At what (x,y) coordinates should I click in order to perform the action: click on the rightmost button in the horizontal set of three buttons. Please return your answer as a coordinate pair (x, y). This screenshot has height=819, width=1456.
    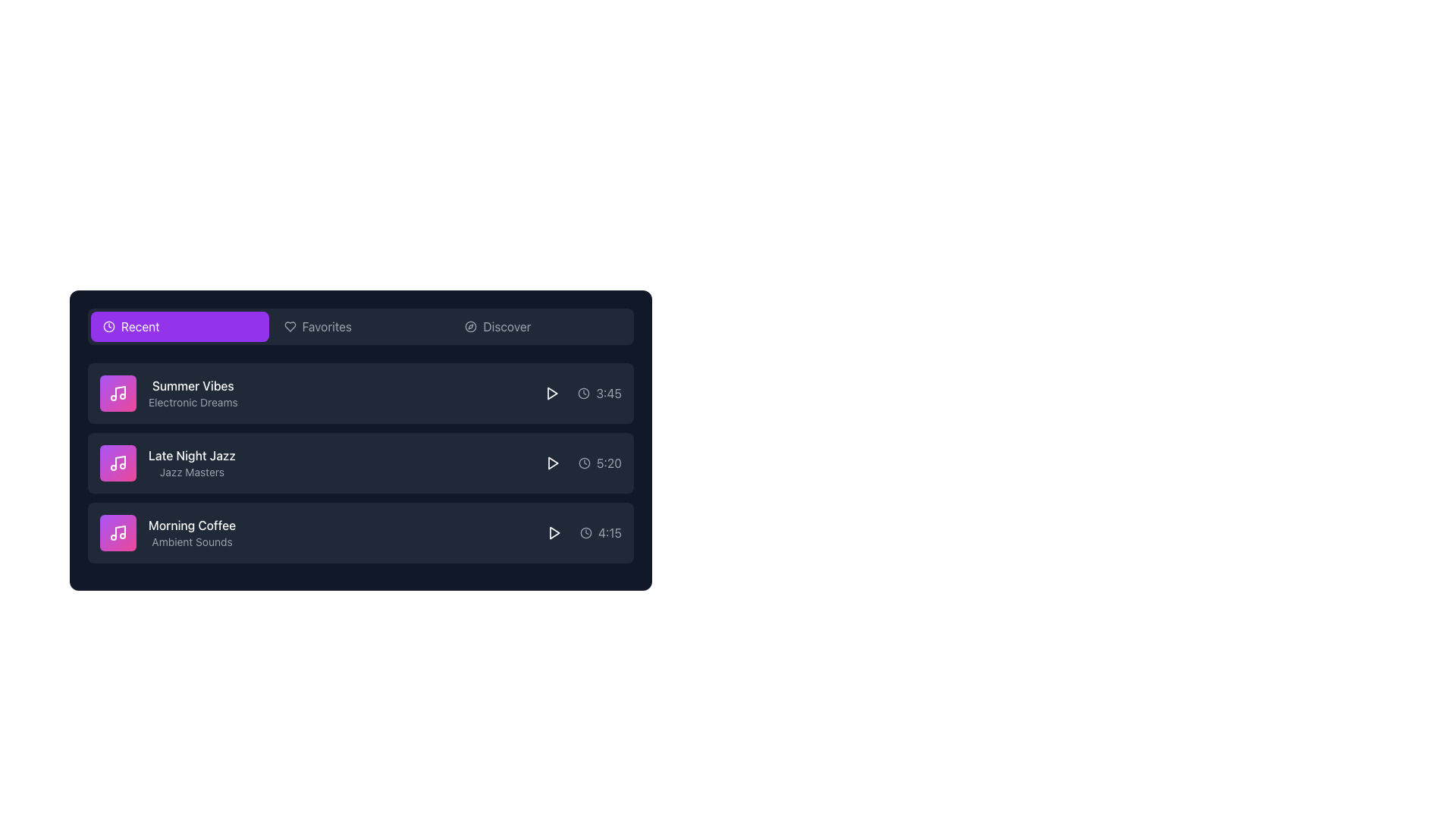
    Looking at the image, I should click on (541, 326).